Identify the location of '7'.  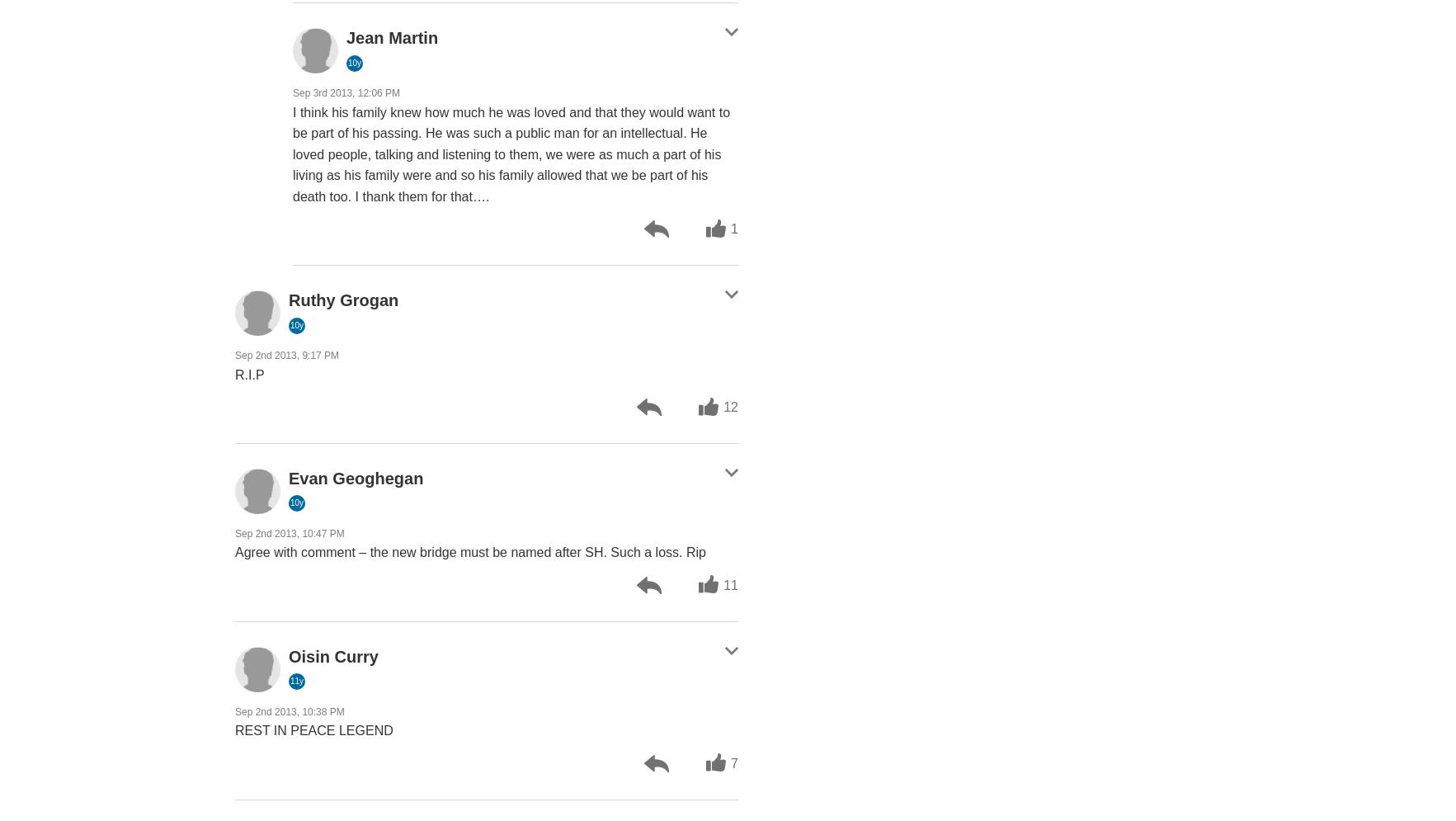
(734, 762).